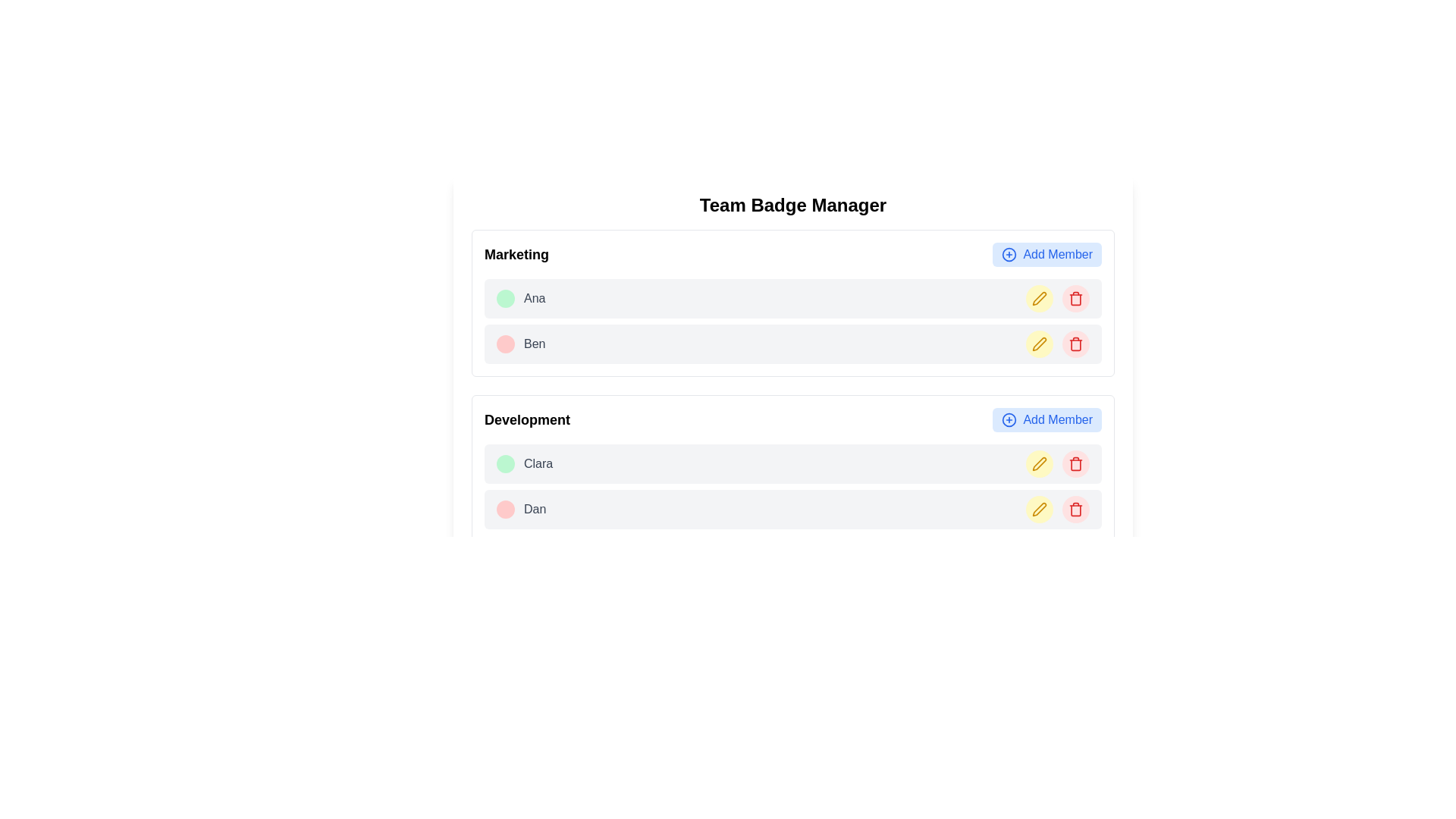  I want to click on the red circular button with a trash can icon located in the second row under the 'Marketing' group, so click(1075, 344).